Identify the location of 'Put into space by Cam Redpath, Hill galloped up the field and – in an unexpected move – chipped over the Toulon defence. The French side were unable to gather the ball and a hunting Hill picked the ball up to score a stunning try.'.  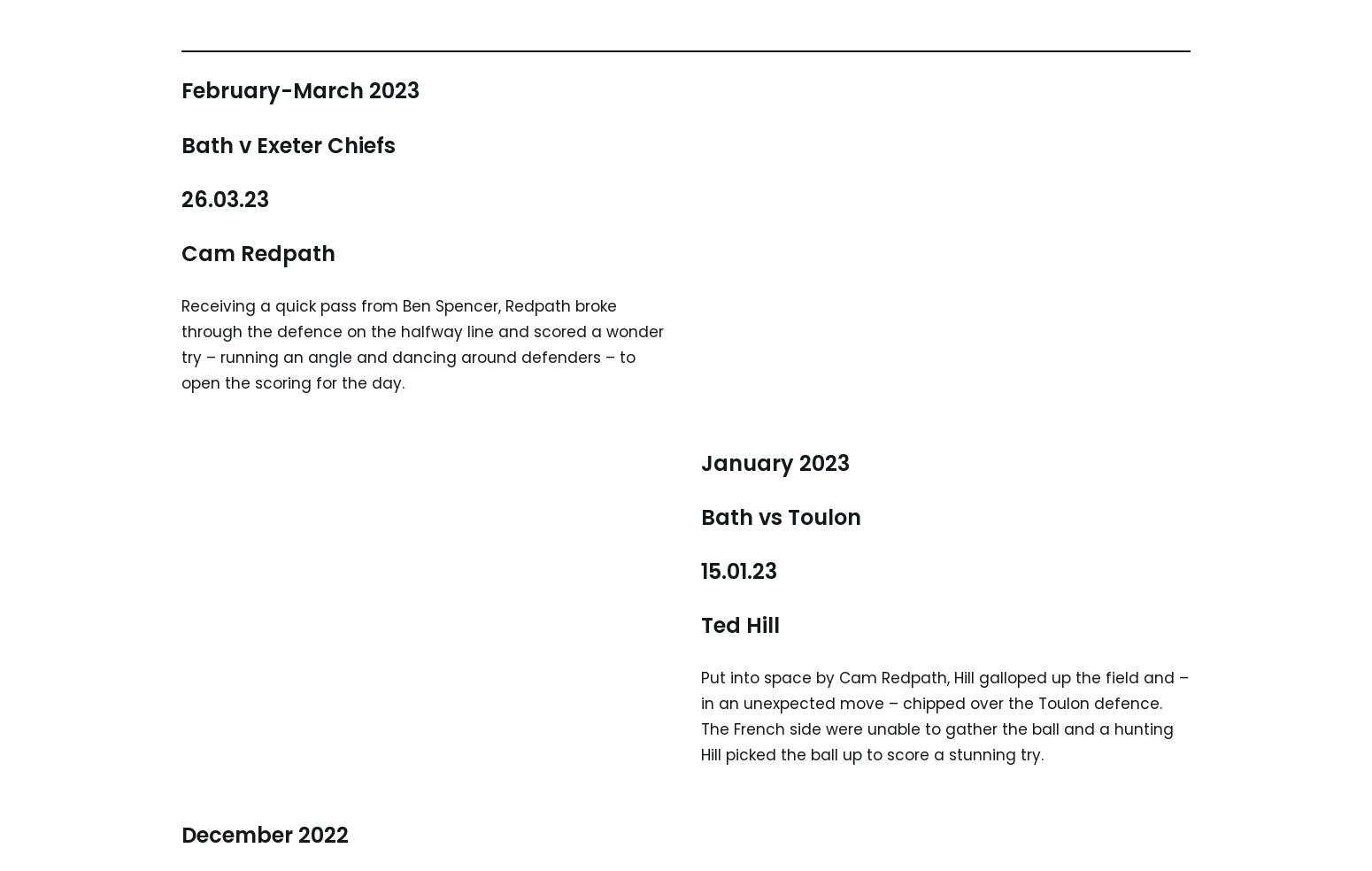
(700, 715).